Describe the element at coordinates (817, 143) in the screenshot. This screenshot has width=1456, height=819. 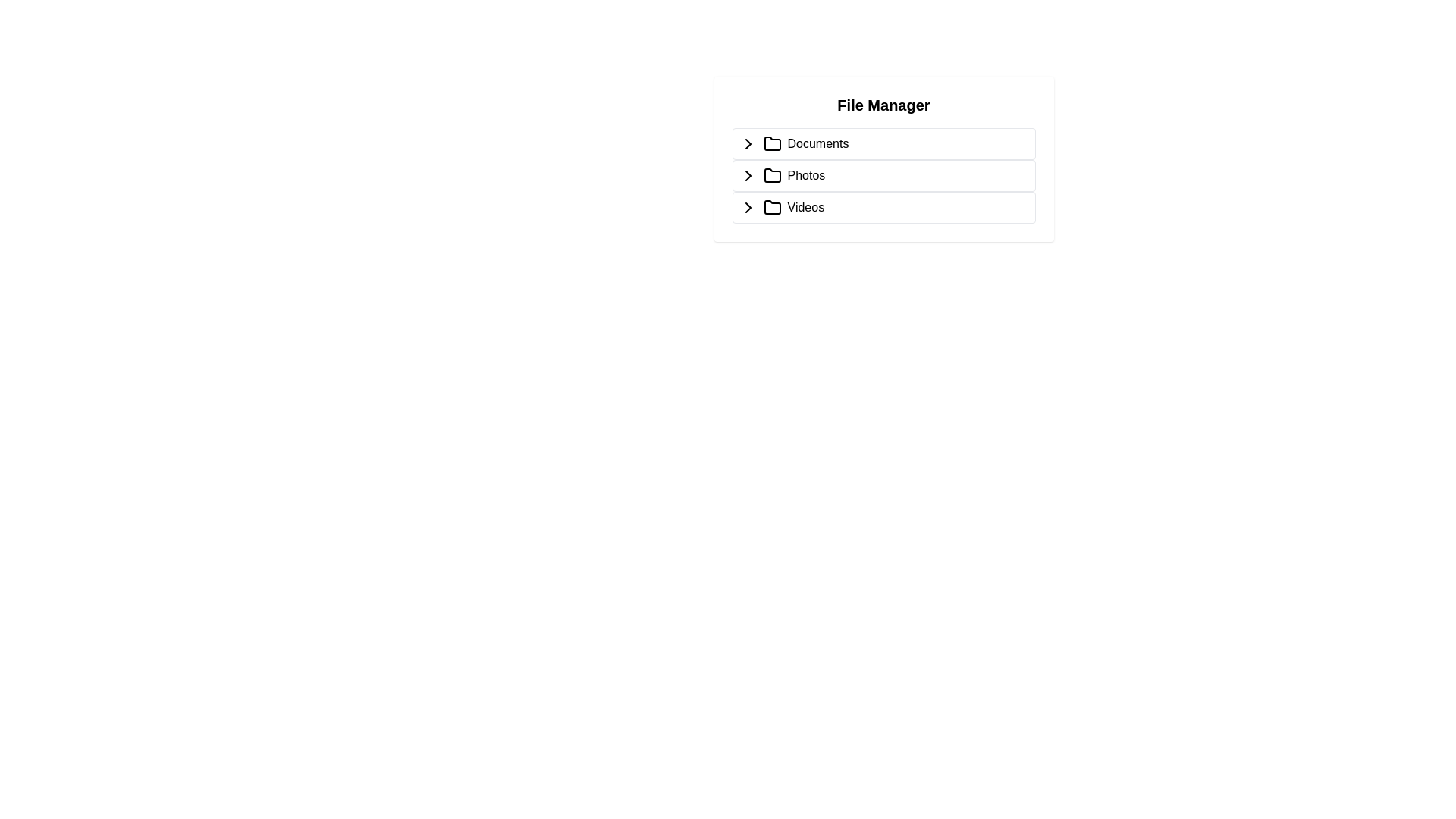
I see `the 'Documents' text label, which is styled in a simple font and positioned to the right of a folder icon in the 'File Manager' list interface` at that location.